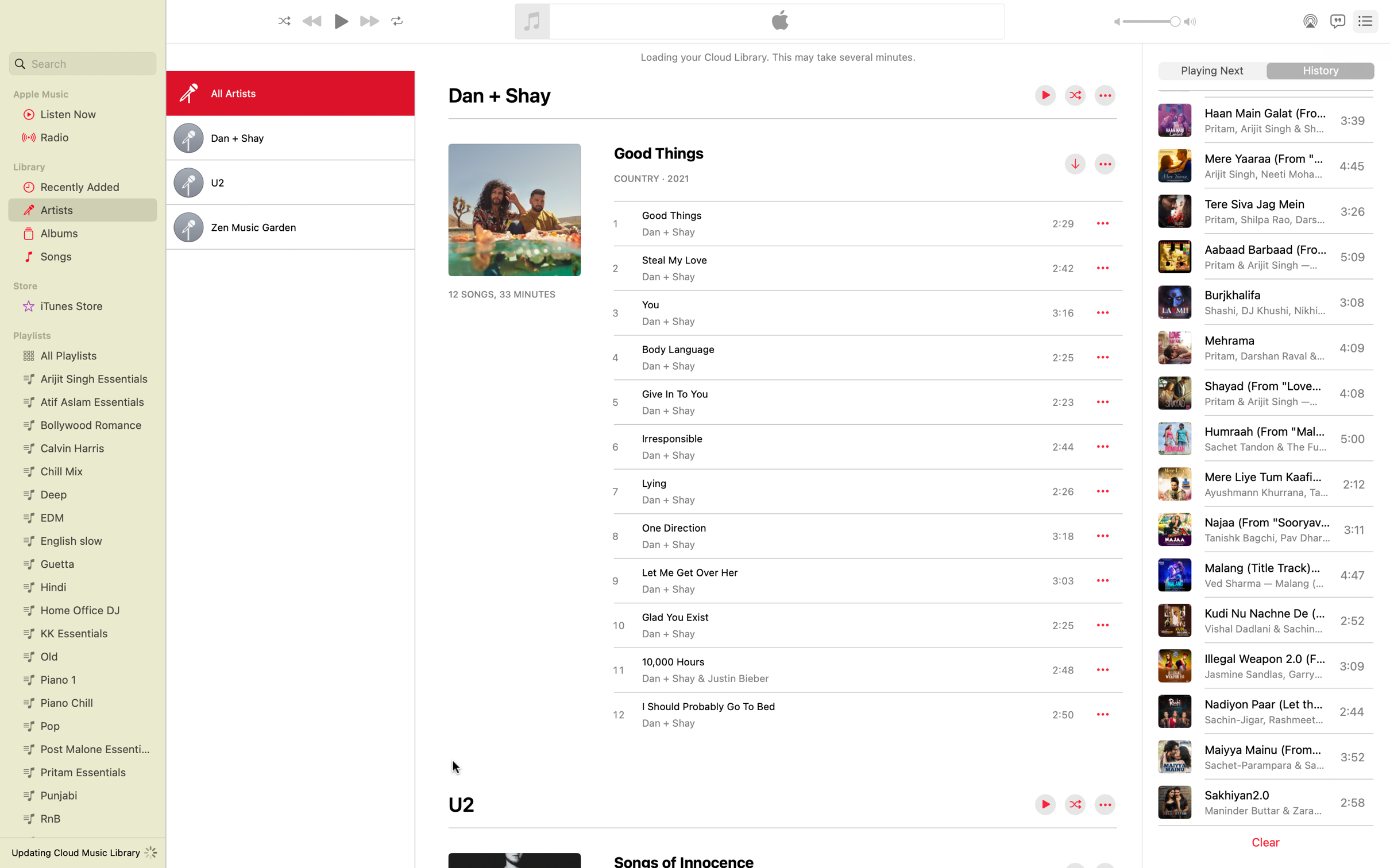 The width and height of the screenshot is (1390, 868). Describe the element at coordinates (841, 625) in the screenshot. I see `the download process for the song "Glad You Exist"` at that location.